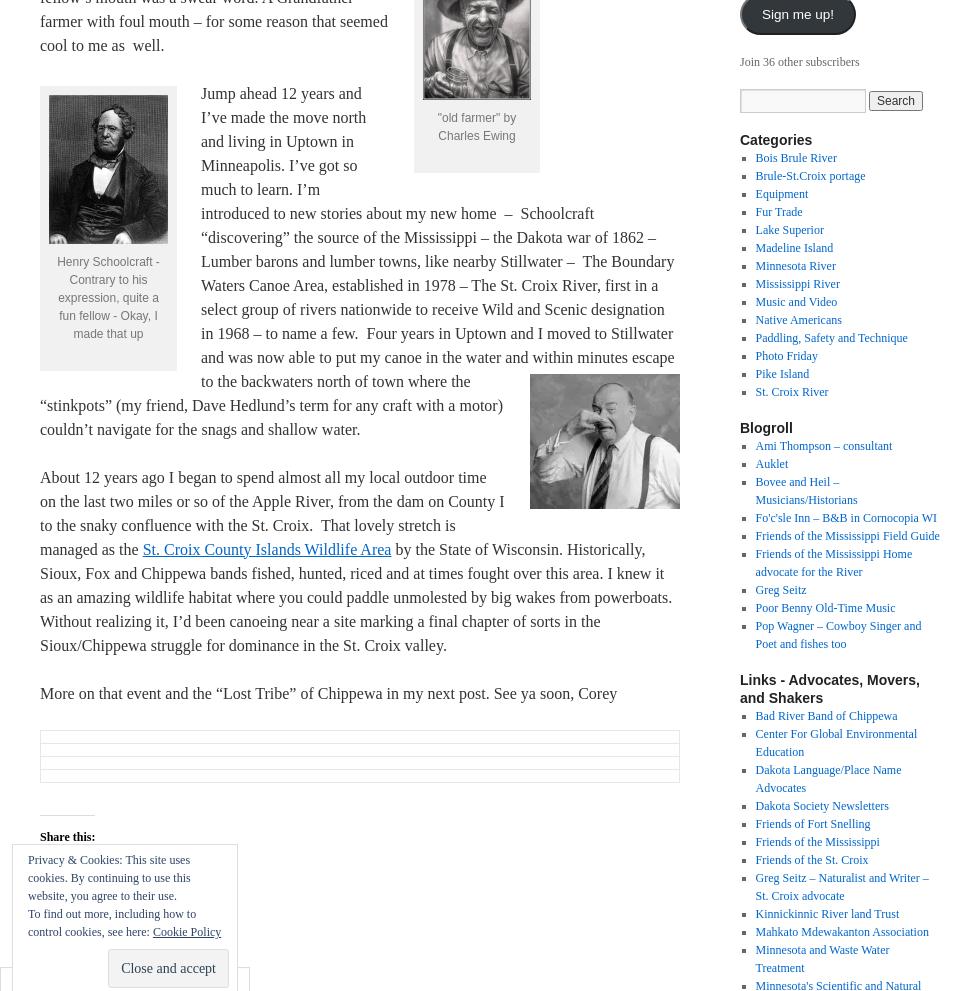  I want to click on 'Links - Advocates, Movers, and Shakers', so click(829, 689).